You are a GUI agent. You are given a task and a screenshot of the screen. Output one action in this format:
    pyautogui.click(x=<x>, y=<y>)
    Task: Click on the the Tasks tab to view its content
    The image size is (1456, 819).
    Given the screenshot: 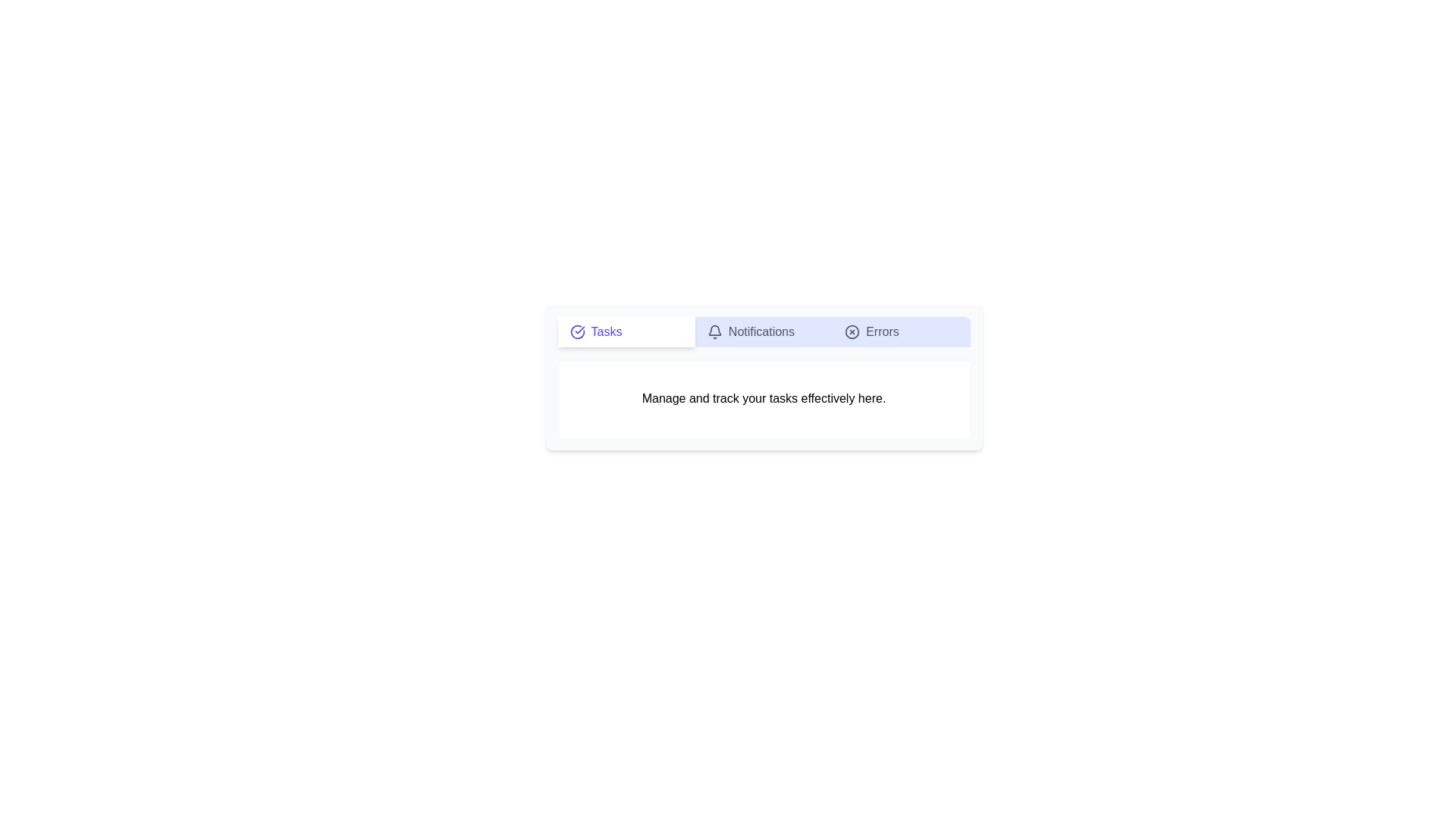 What is the action you would take?
    pyautogui.click(x=626, y=331)
    